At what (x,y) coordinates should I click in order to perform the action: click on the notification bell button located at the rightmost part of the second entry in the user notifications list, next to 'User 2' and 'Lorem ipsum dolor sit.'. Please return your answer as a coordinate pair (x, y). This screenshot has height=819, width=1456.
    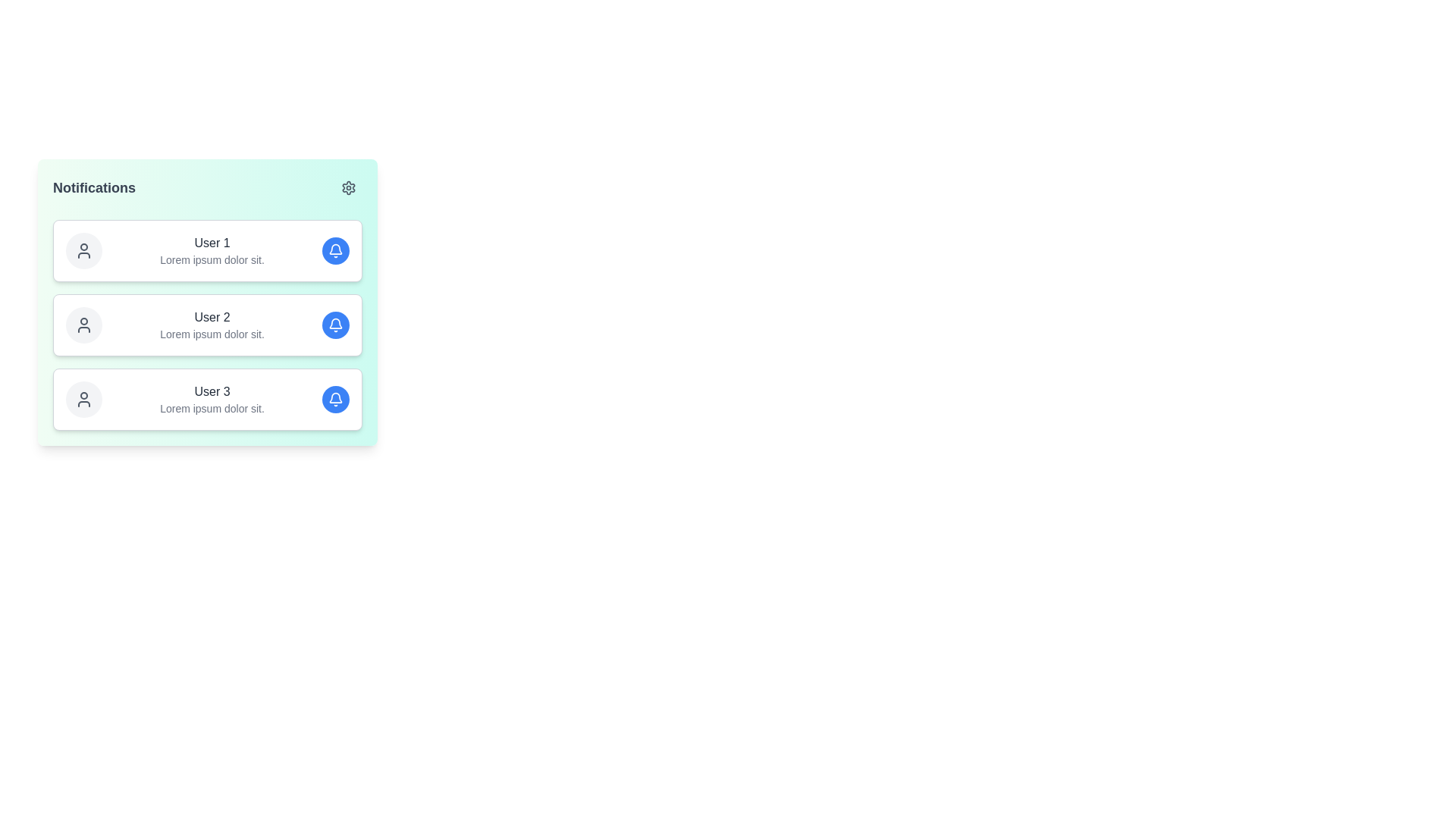
    Looking at the image, I should click on (334, 324).